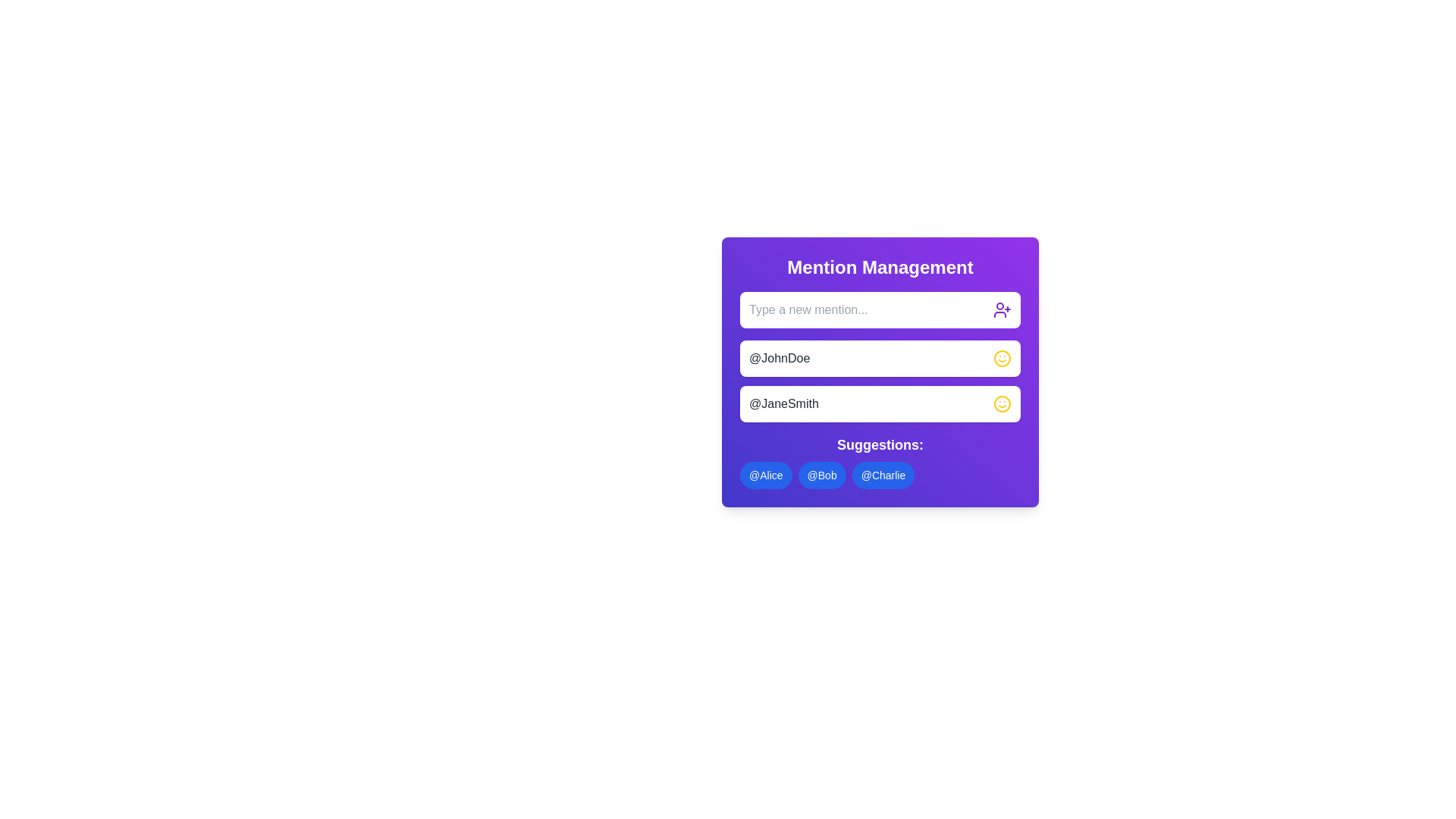  I want to click on the user silhouette icon with a plus sign located at the top-right corner of the 'Type a new mention...' input field, so click(1002, 309).